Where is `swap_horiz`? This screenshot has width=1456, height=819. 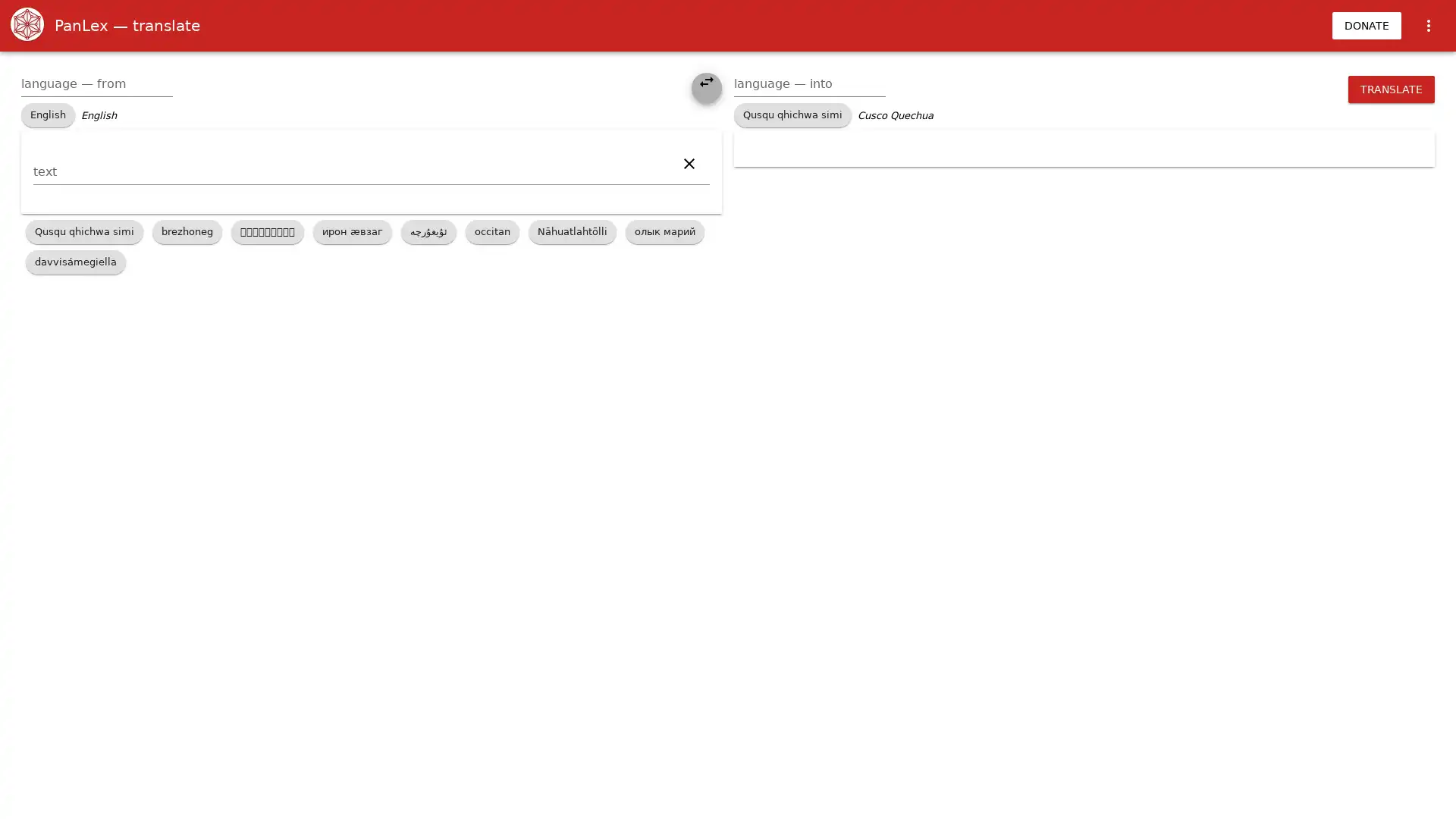 swap_horiz is located at coordinates (705, 87).